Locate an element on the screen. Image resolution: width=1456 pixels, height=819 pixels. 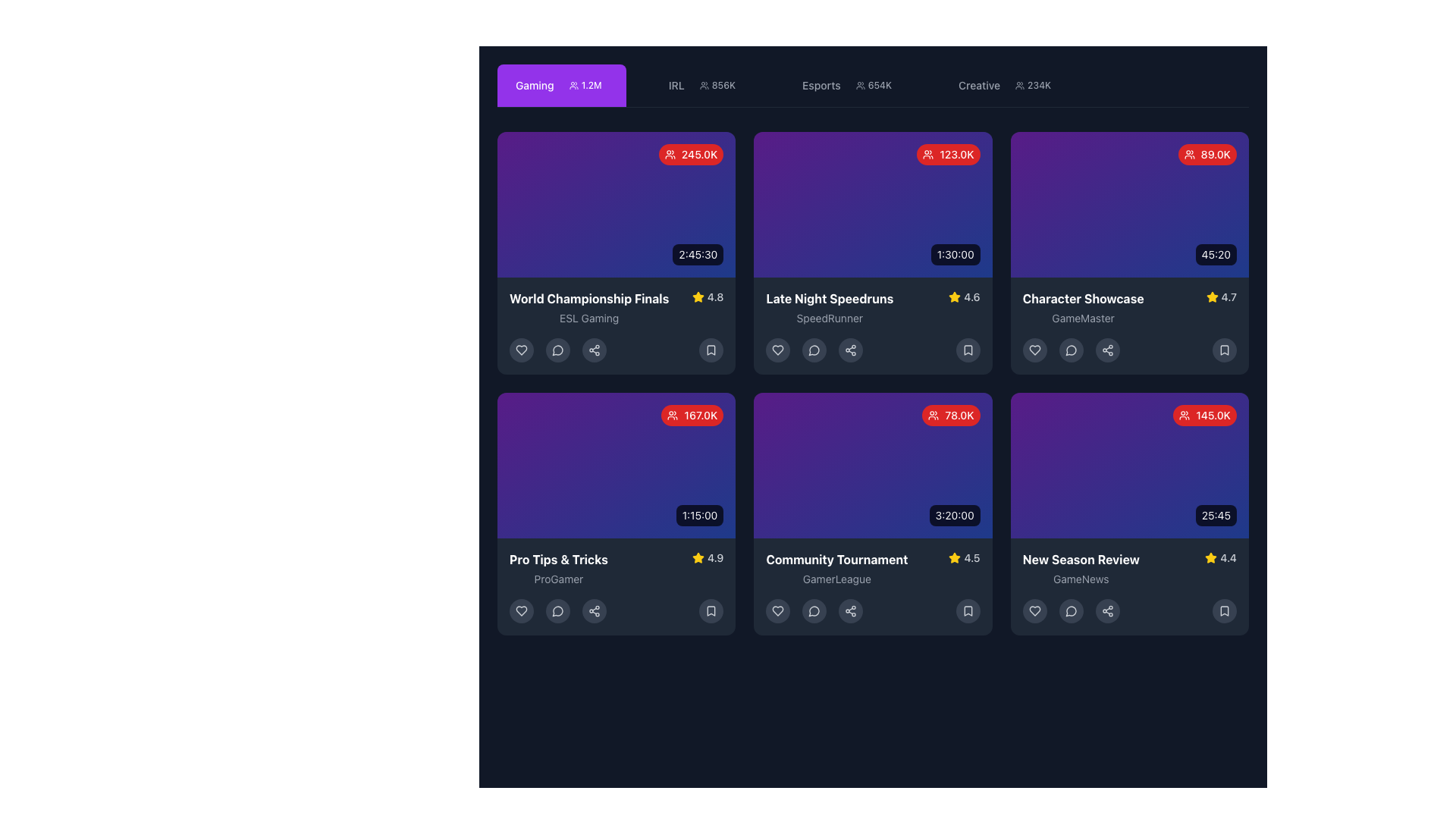
the label displaying '3:20:00' in white bold font on a black semi-transparent background is located at coordinates (954, 514).